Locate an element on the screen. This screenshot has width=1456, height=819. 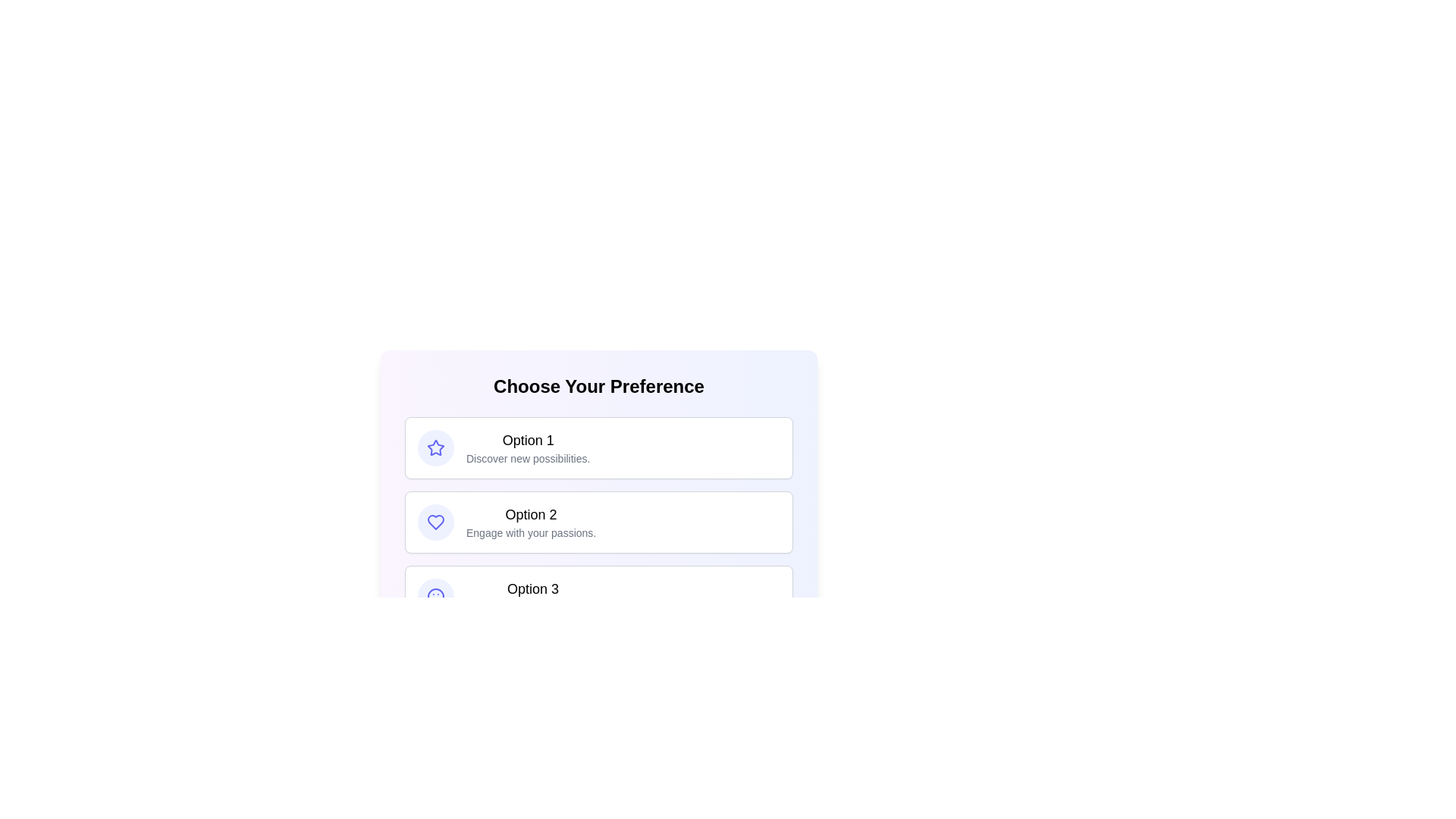
the second selectable card in the preference selection menu is located at coordinates (598, 519).